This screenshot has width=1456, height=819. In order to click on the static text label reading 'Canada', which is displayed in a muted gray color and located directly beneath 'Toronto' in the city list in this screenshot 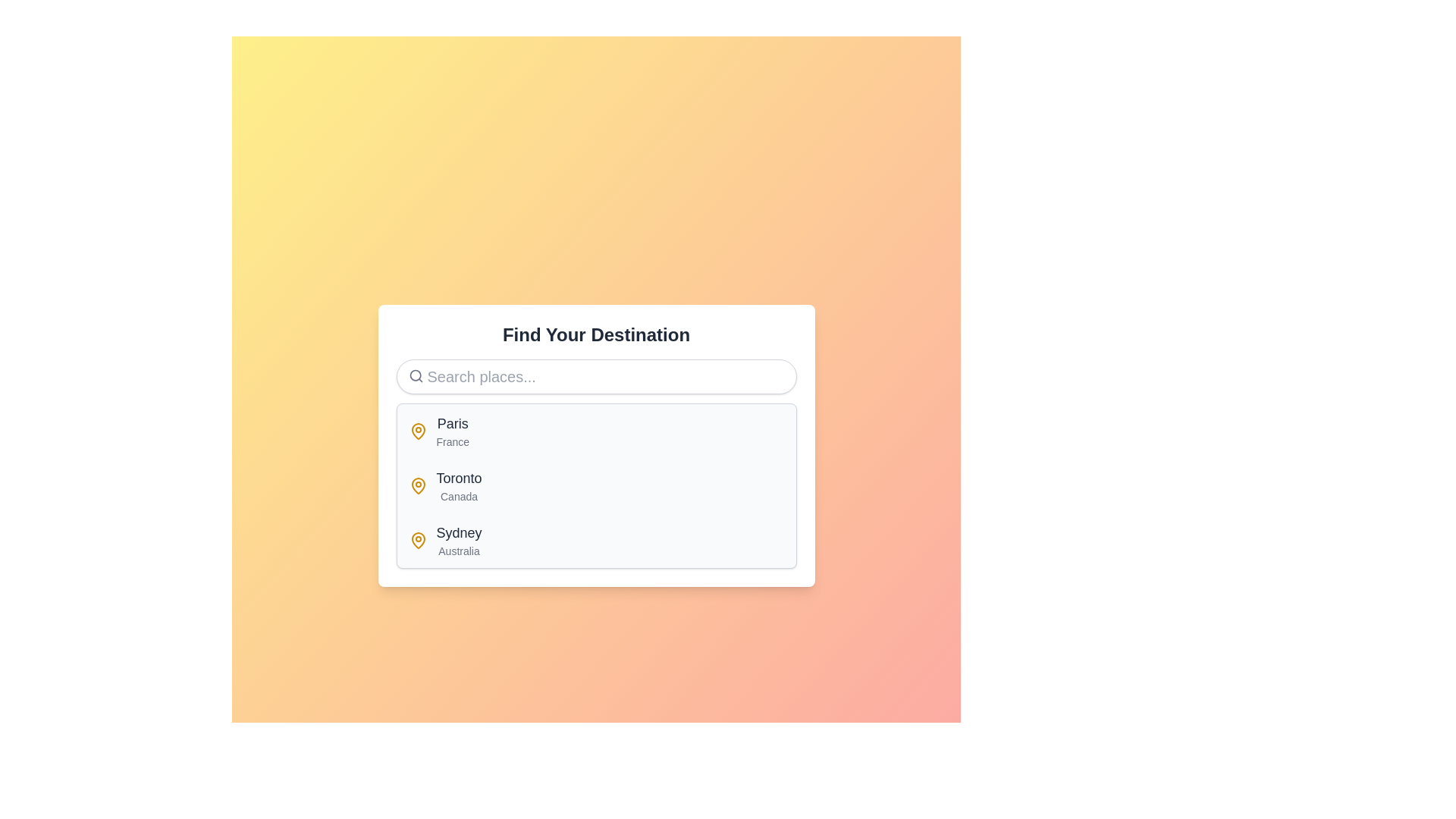, I will do `click(458, 497)`.